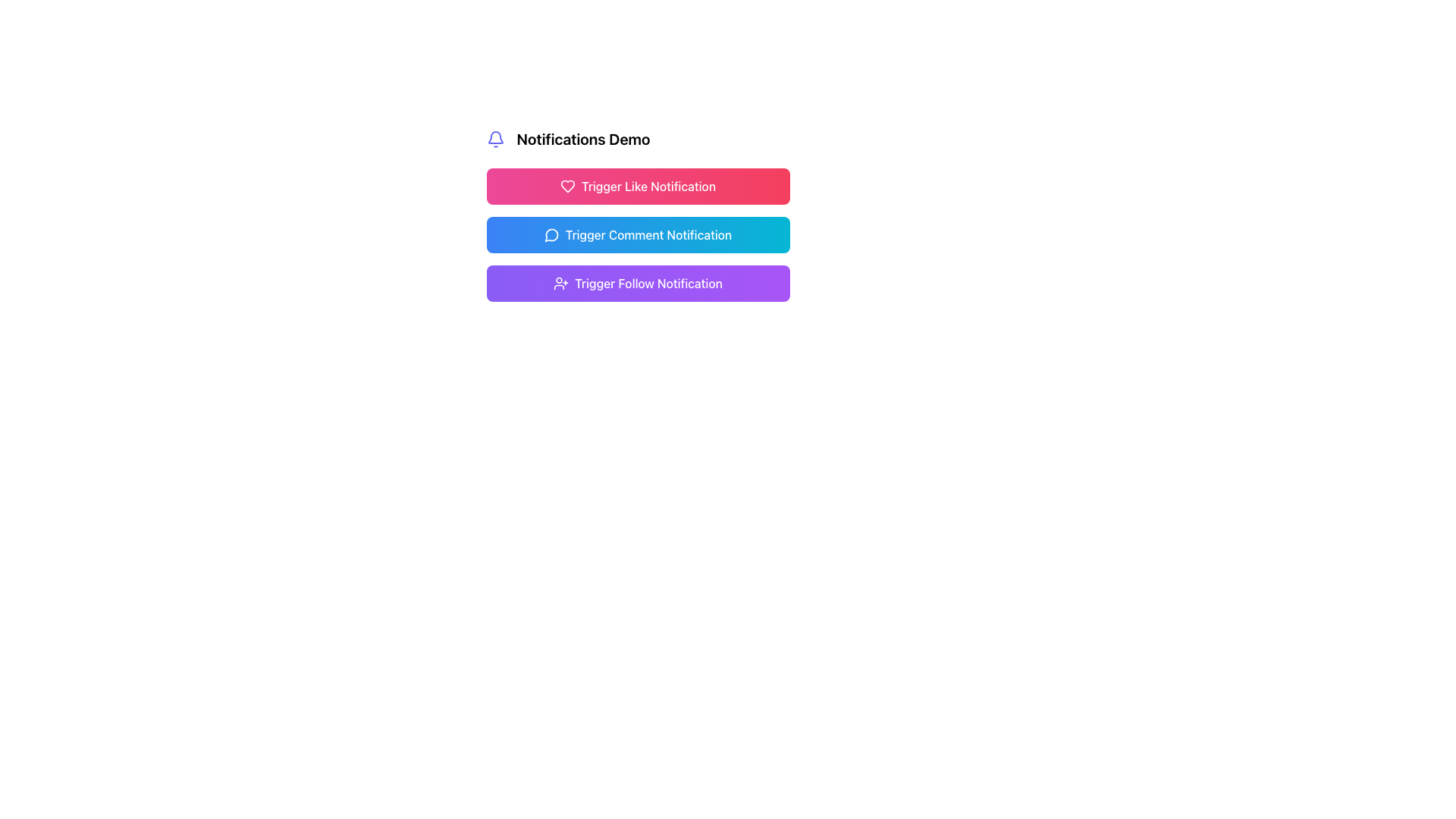 This screenshot has height=819, width=1456. Describe the element at coordinates (648, 284) in the screenshot. I see `the text label within the third button in the vertically arranged list, which conveys the action of triggering a follow notification` at that location.